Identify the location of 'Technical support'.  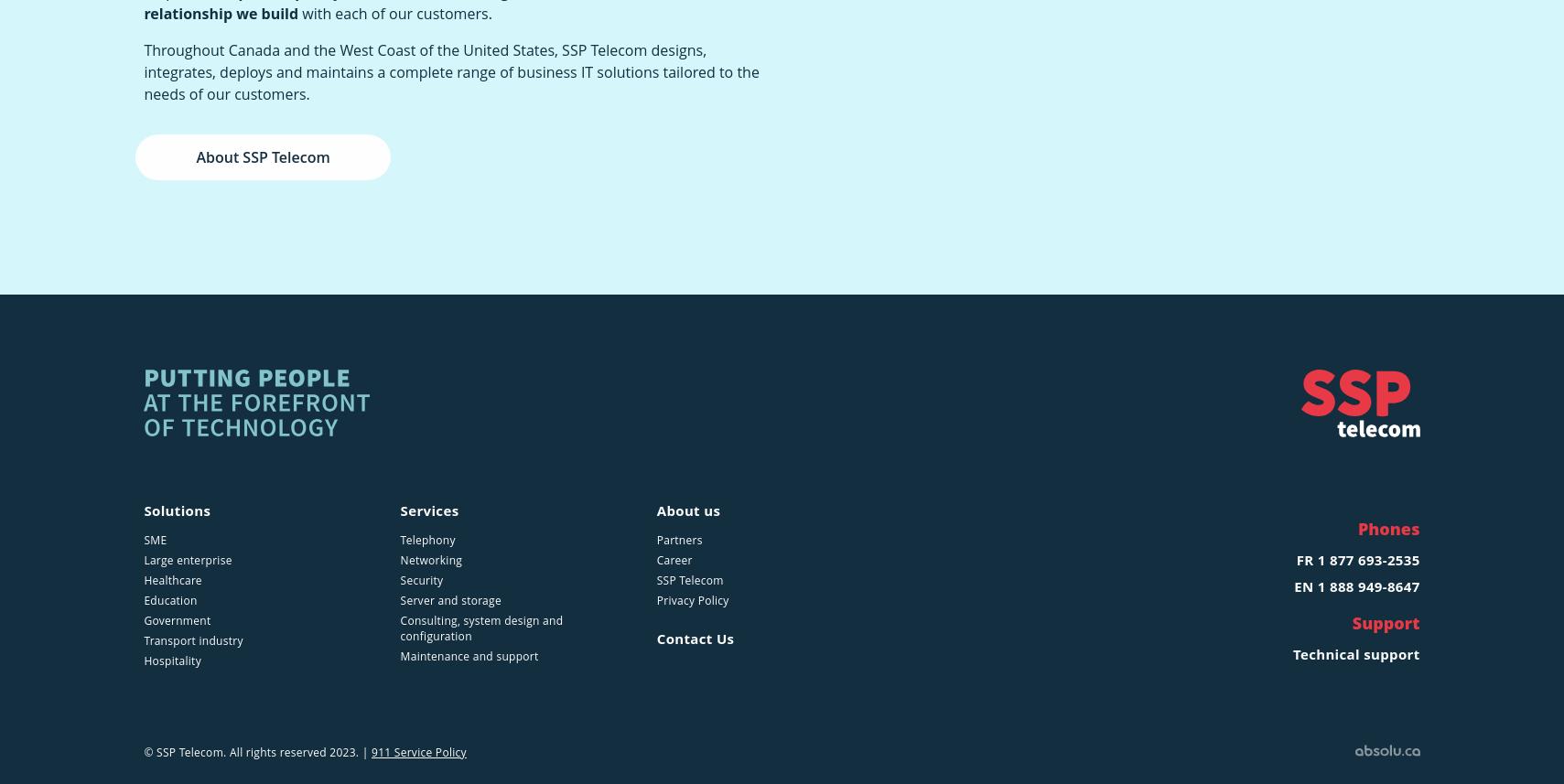
(1355, 653).